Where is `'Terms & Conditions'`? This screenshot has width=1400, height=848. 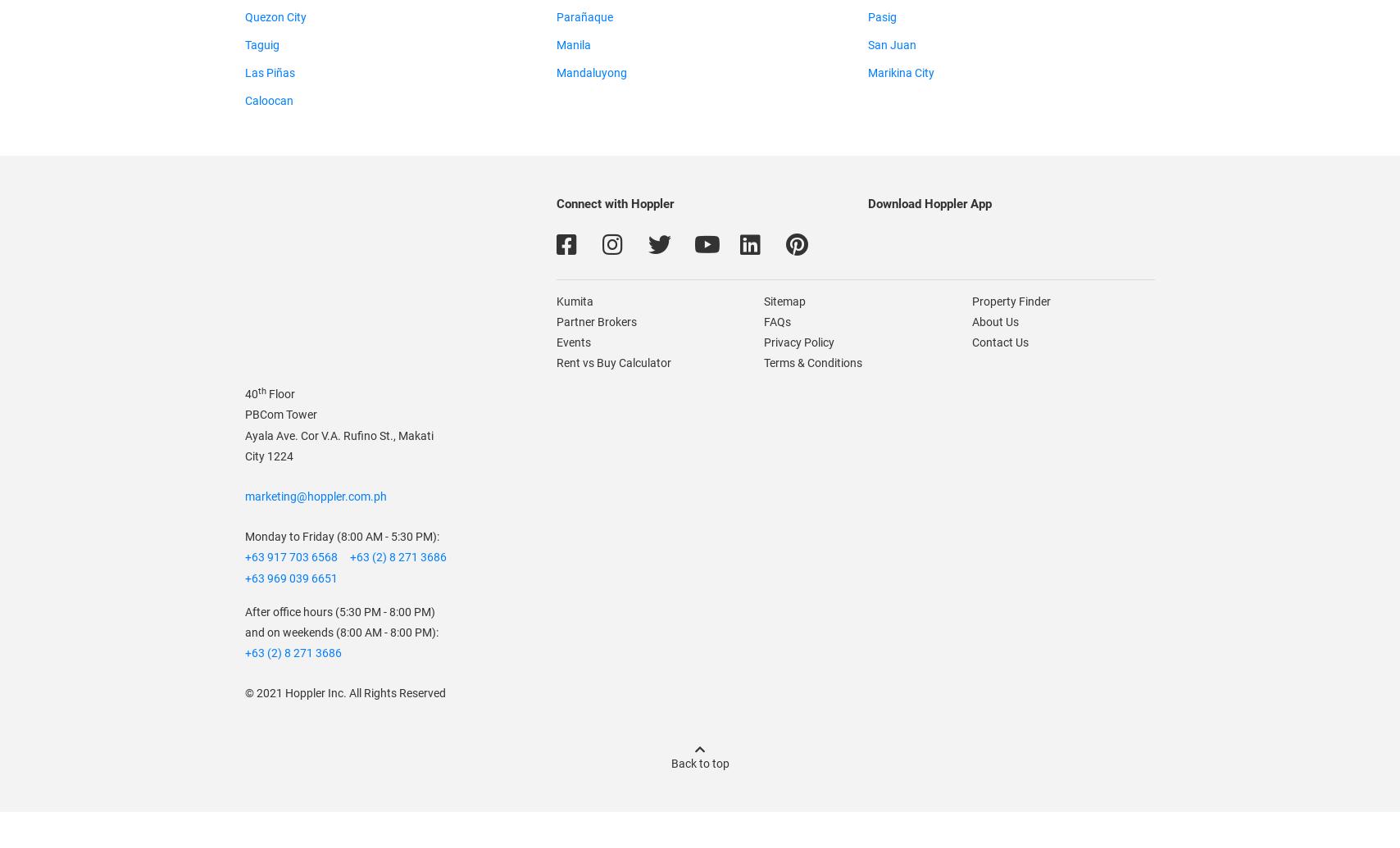
'Terms & Conditions' is located at coordinates (813, 362).